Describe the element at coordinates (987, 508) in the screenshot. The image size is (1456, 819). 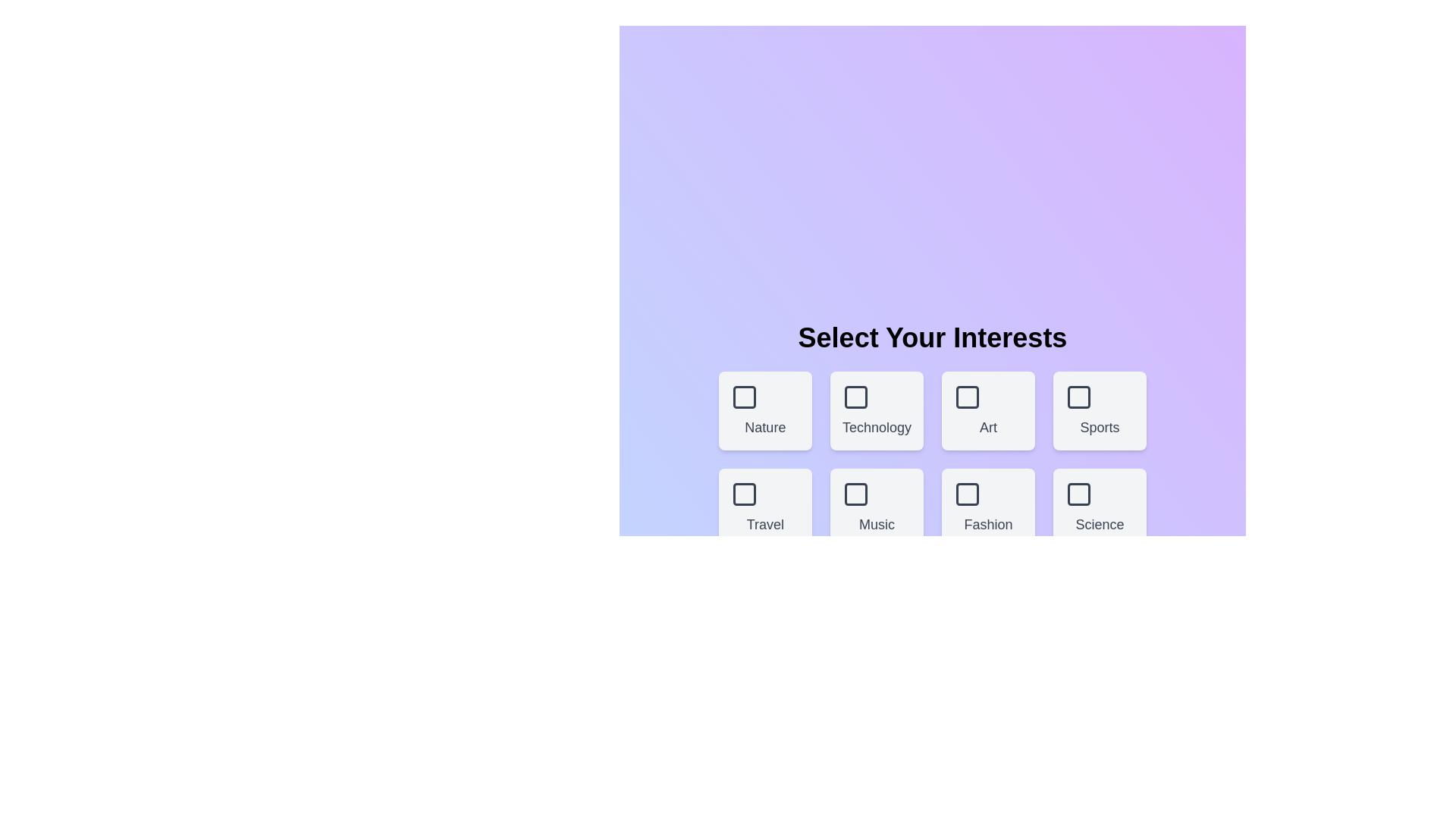
I see `the box corresponding to the theme Fashion to select or deselect it` at that location.